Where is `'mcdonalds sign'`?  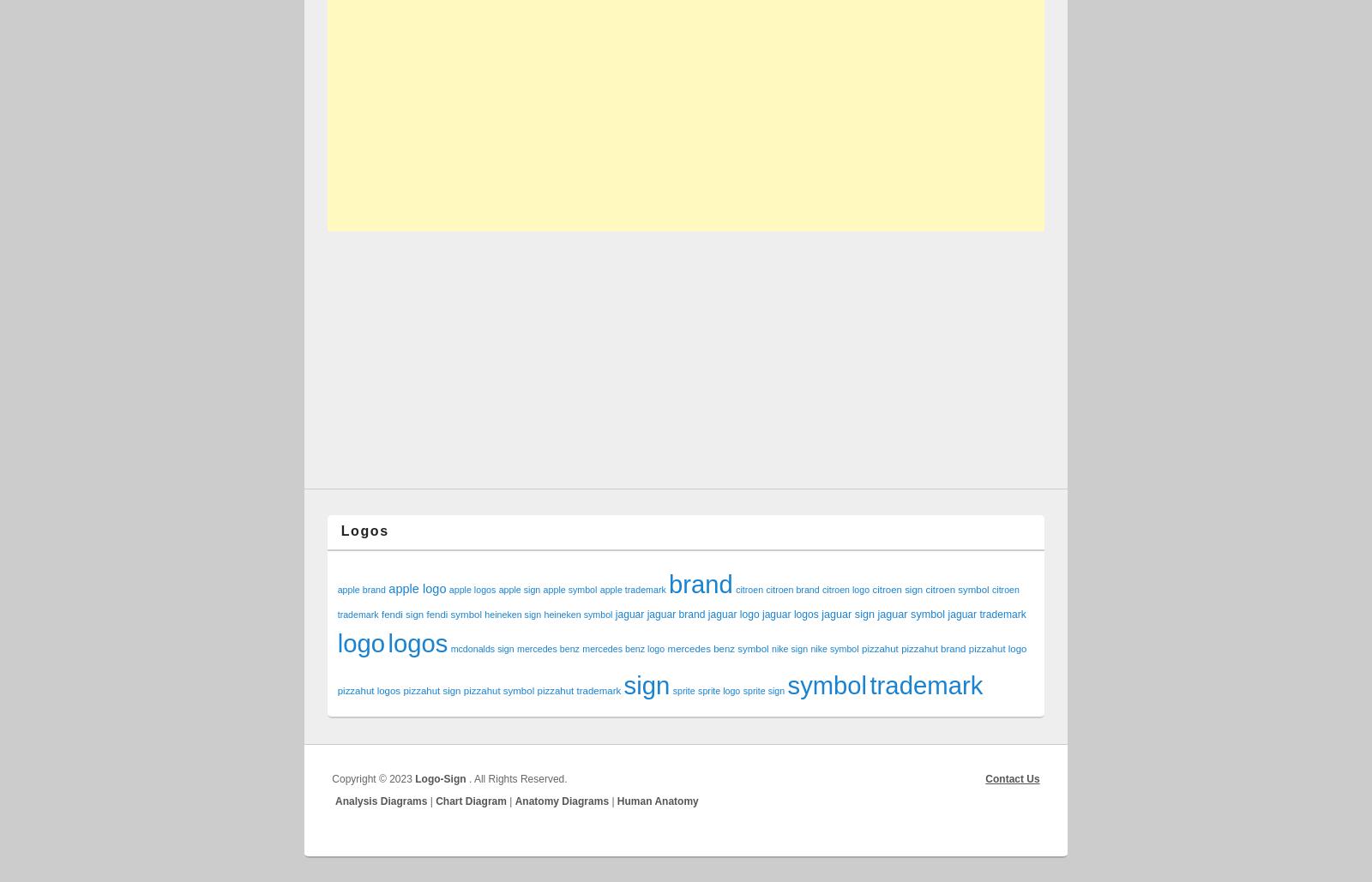 'mcdonalds sign' is located at coordinates (481, 649).